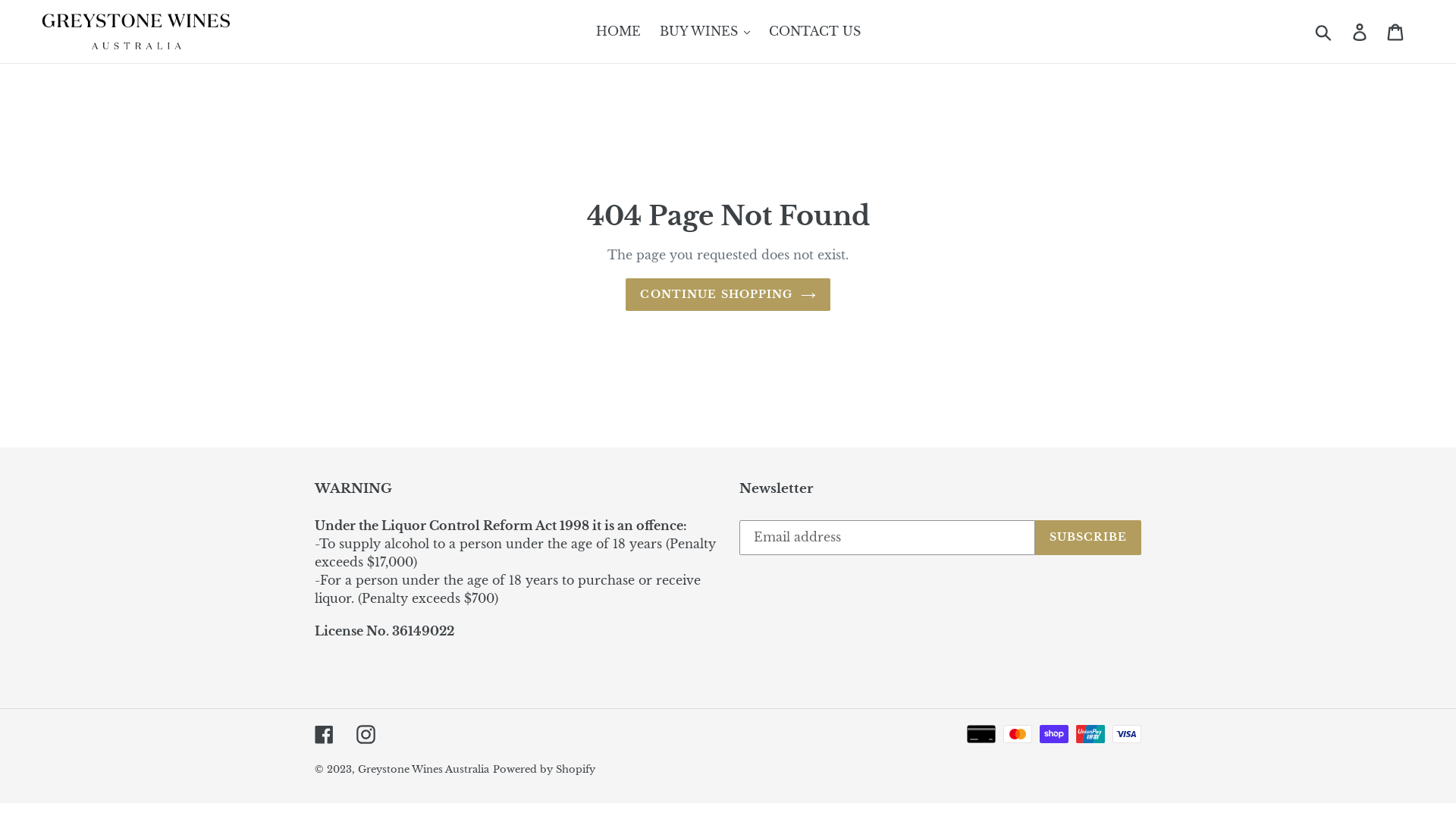 Image resolution: width=1456 pixels, height=819 pixels. Describe the element at coordinates (618, 31) in the screenshot. I see `'HOME'` at that location.